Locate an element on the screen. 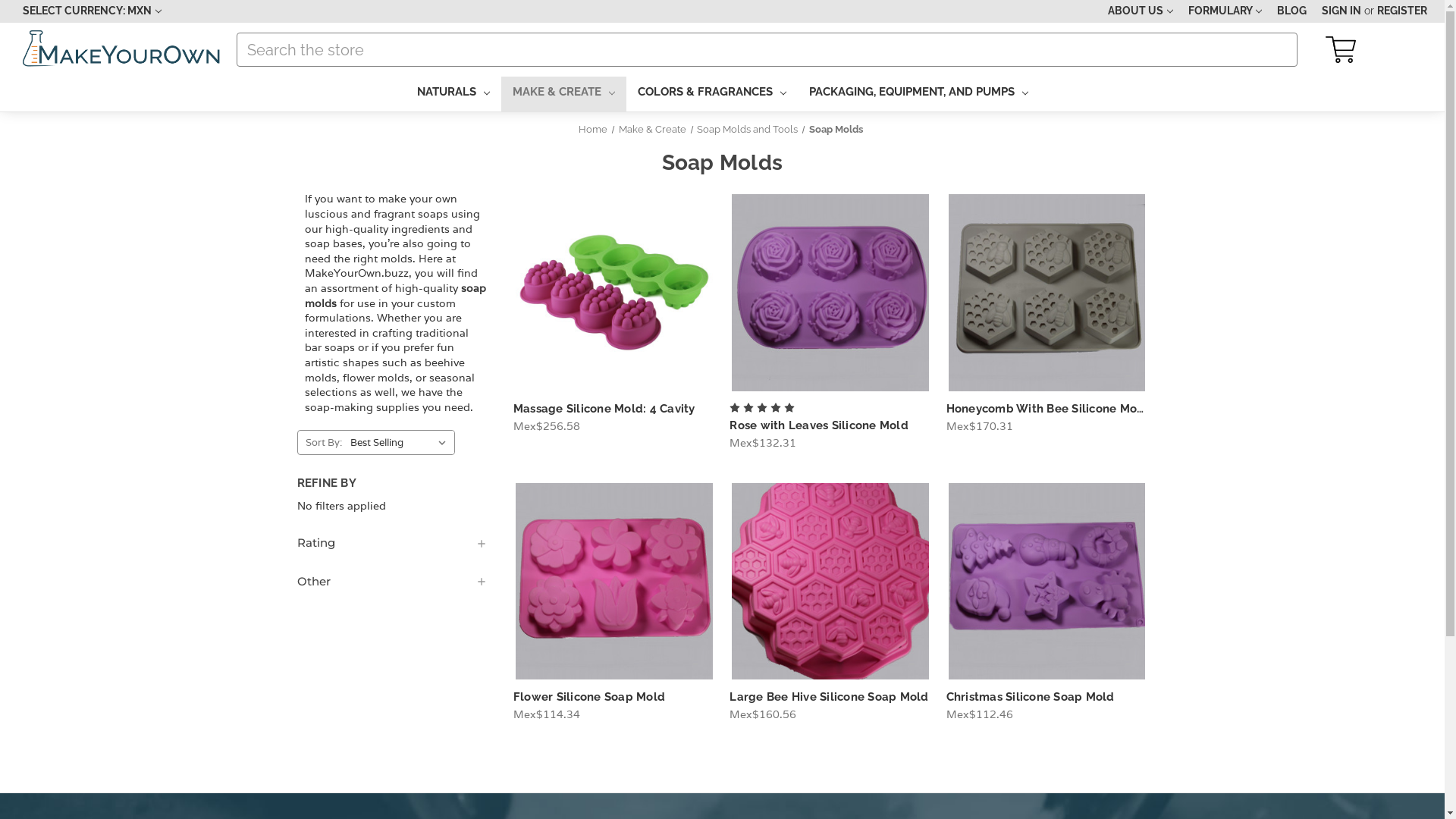  'Rose with Leaves Silicone Mold' is located at coordinates (818, 425).